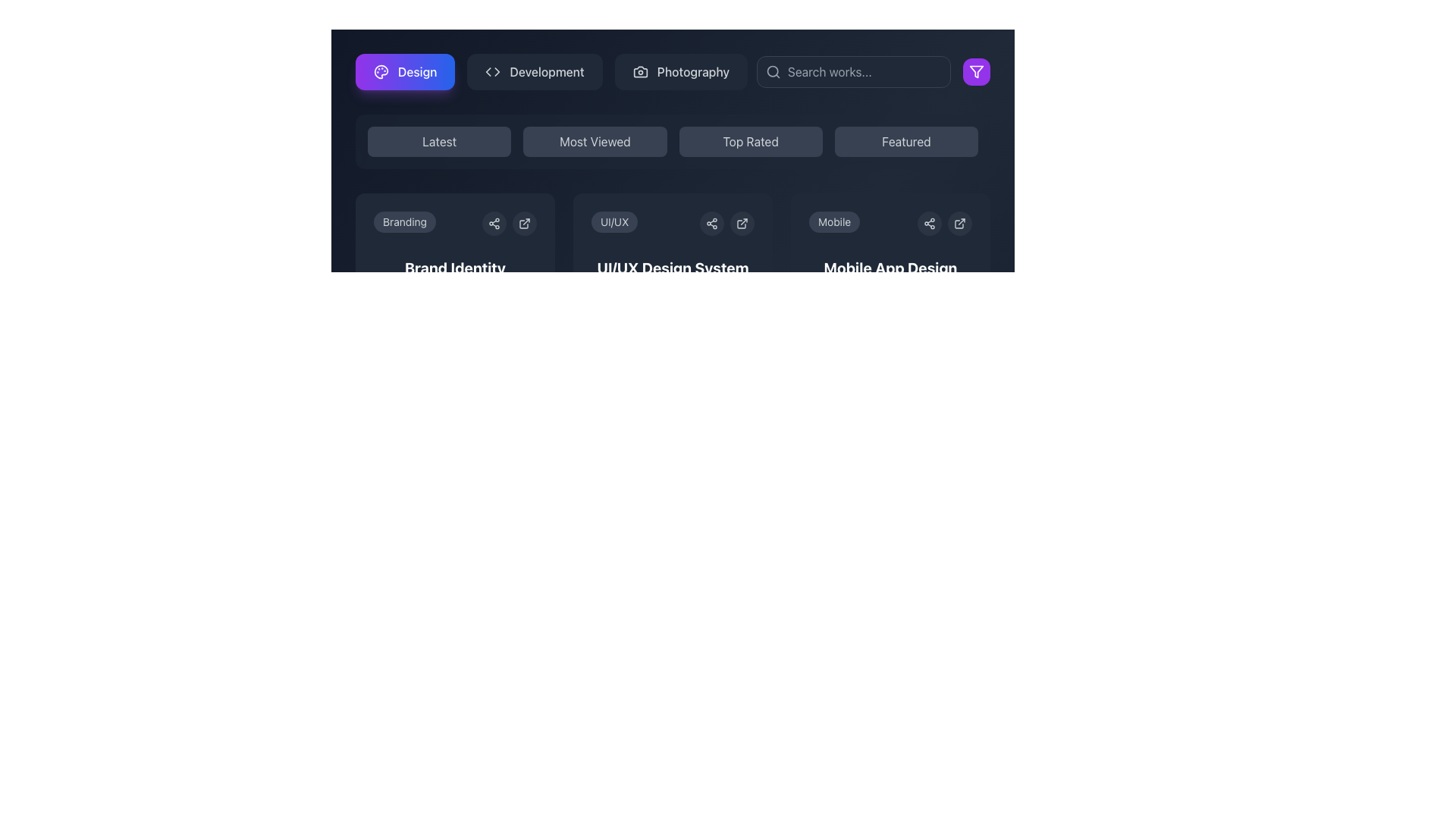 The width and height of the screenshot is (1456, 819). I want to click on the first button in the row of four buttons at the top of the interface, so click(438, 141).